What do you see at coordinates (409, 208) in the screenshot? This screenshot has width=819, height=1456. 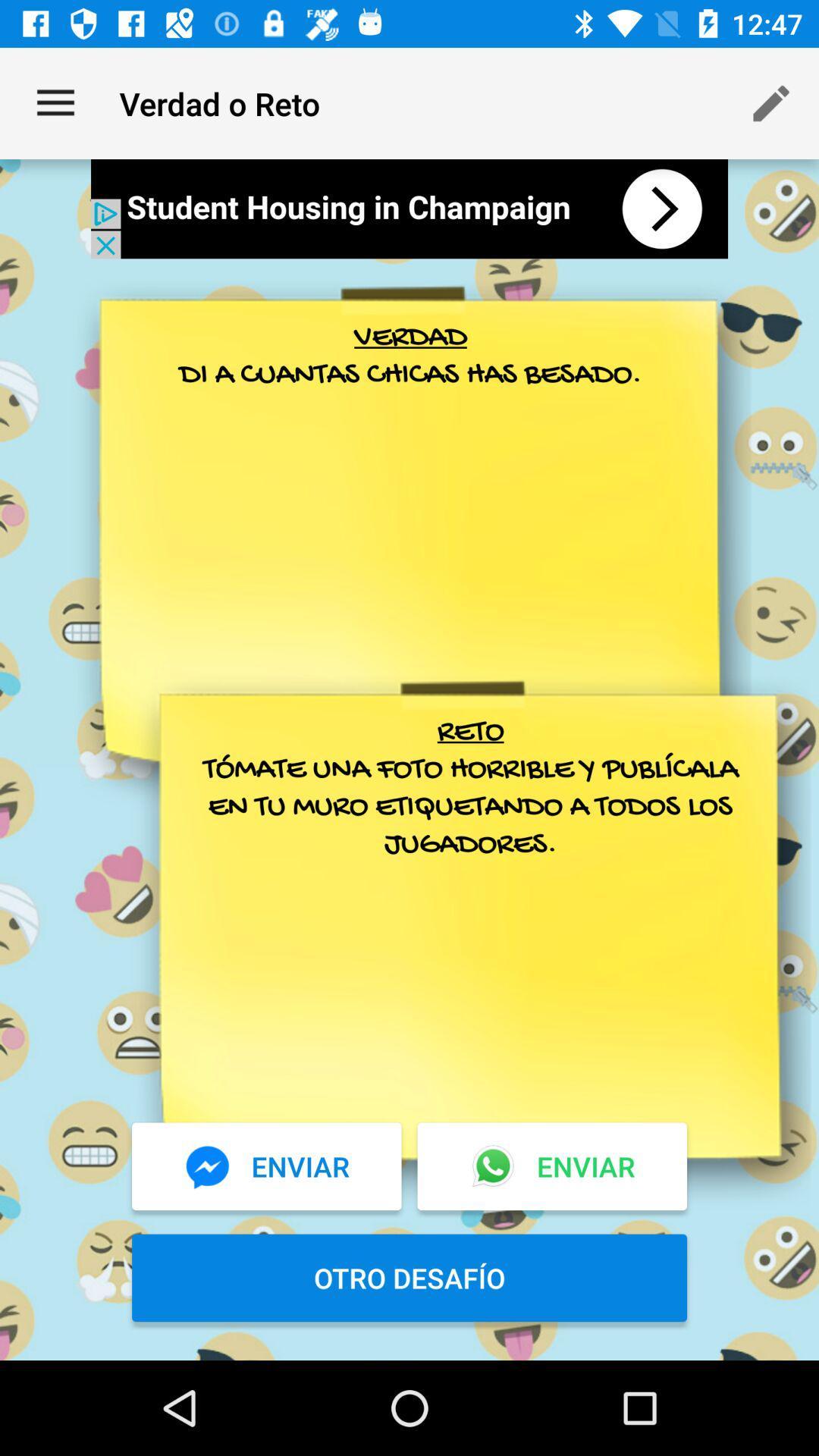 I see `interact with advertisement` at bounding box center [409, 208].